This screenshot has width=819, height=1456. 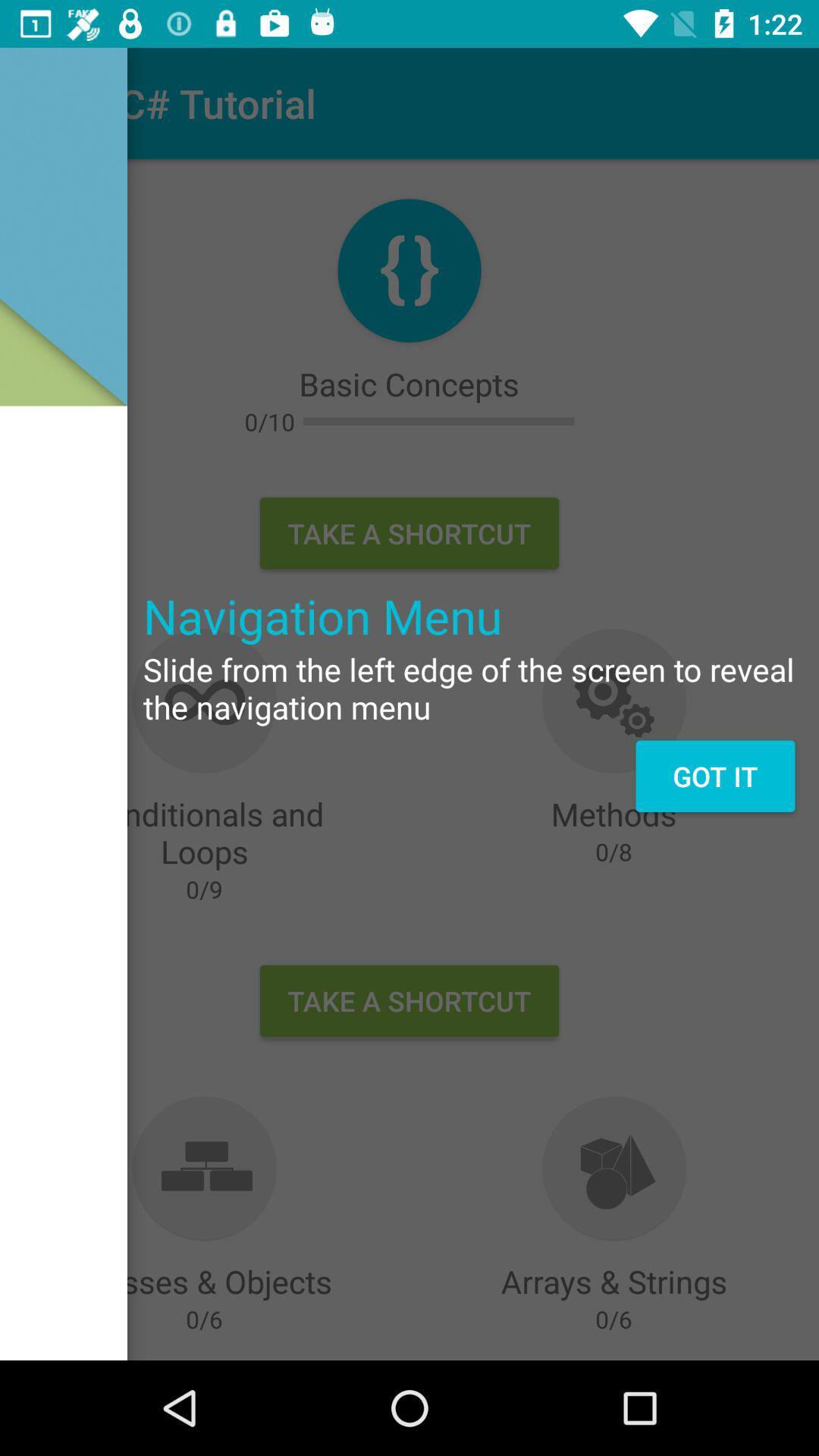 What do you see at coordinates (715, 776) in the screenshot?
I see `the got it` at bounding box center [715, 776].